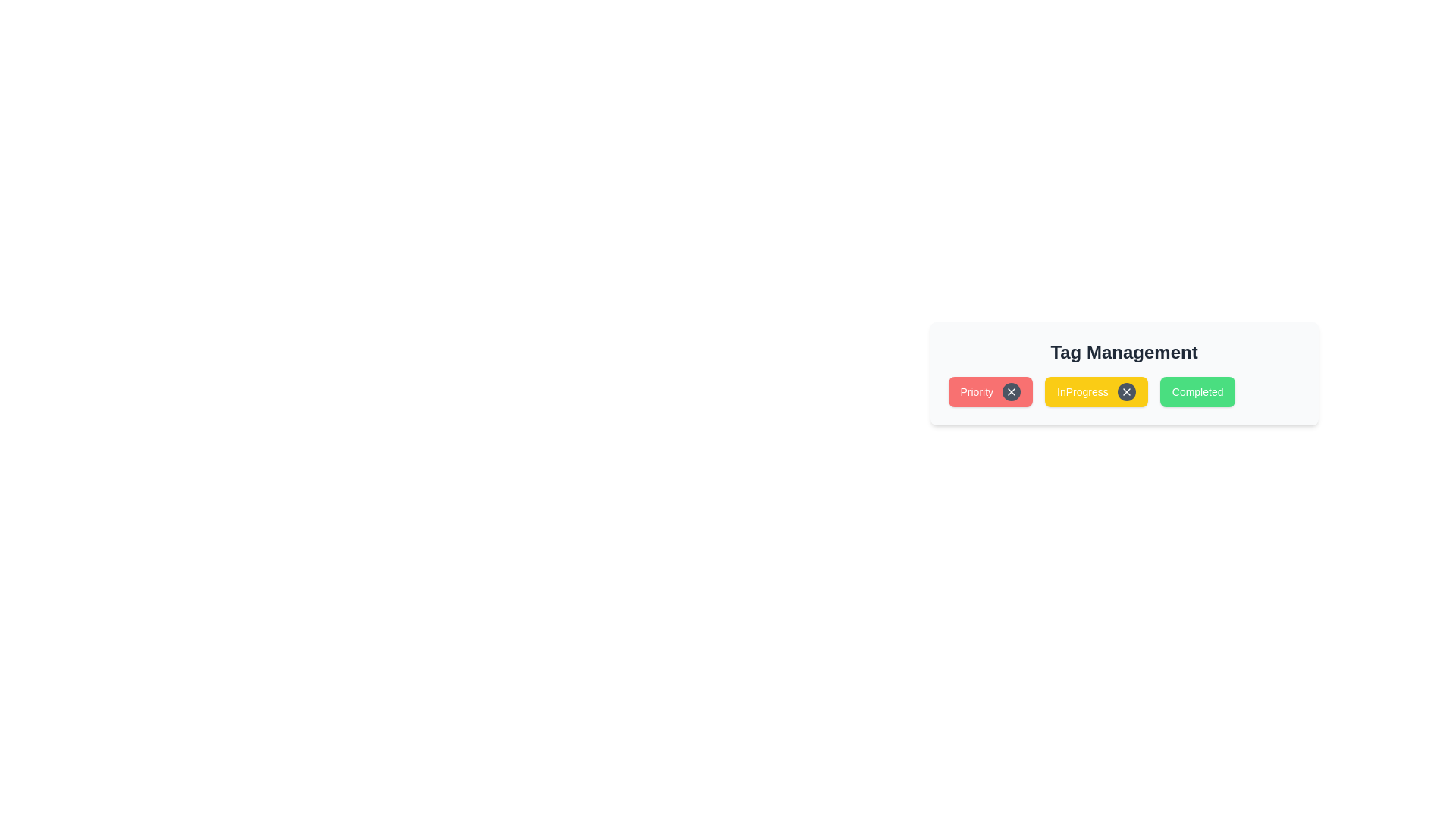 The image size is (1456, 819). What do you see at coordinates (990, 391) in the screenshot?
I see `the tag Priority` at bounding box center [990, 391].